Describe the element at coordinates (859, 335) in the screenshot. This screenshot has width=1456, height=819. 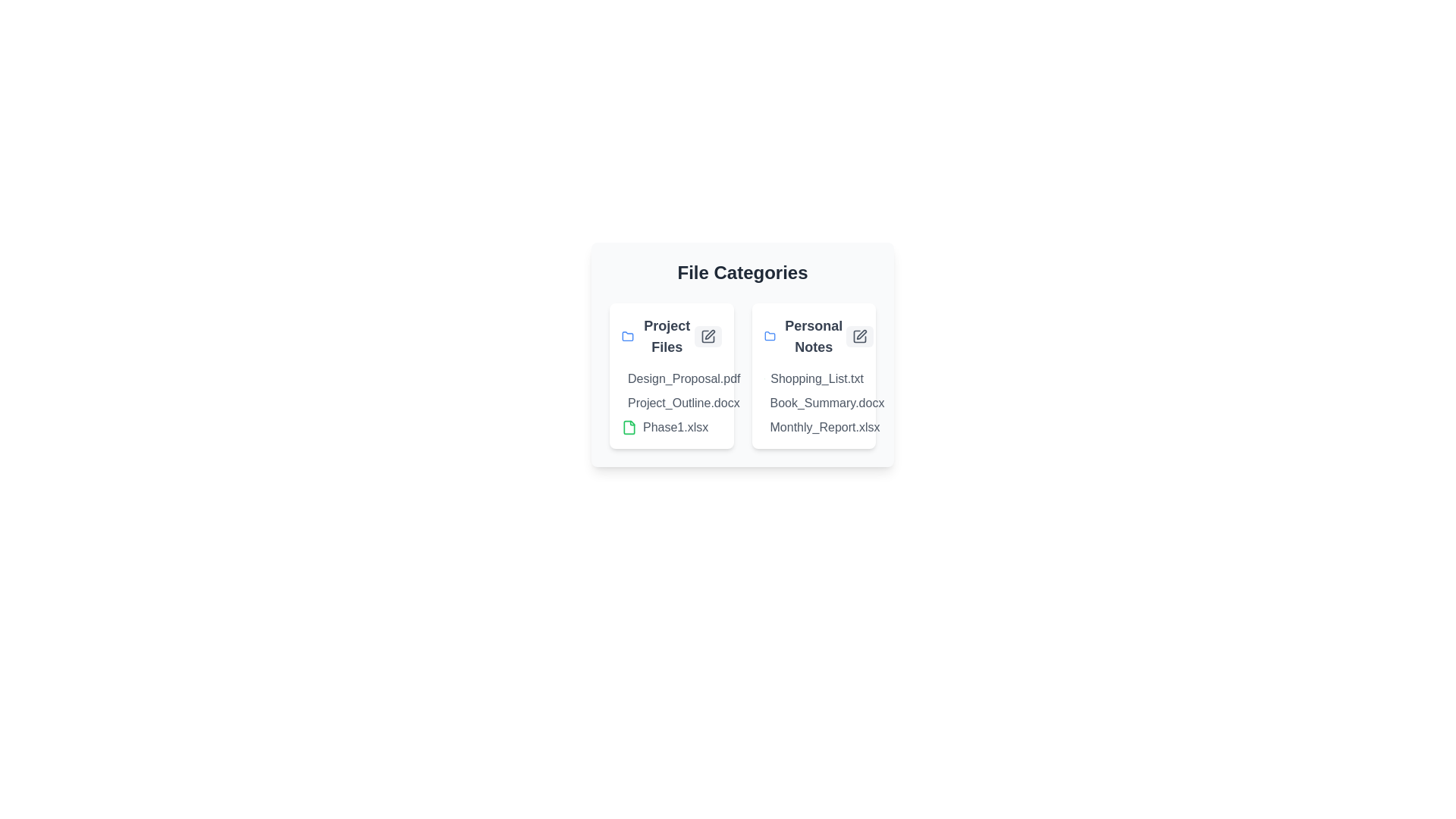
I see `edit button for the category Personal Notes` at that location.